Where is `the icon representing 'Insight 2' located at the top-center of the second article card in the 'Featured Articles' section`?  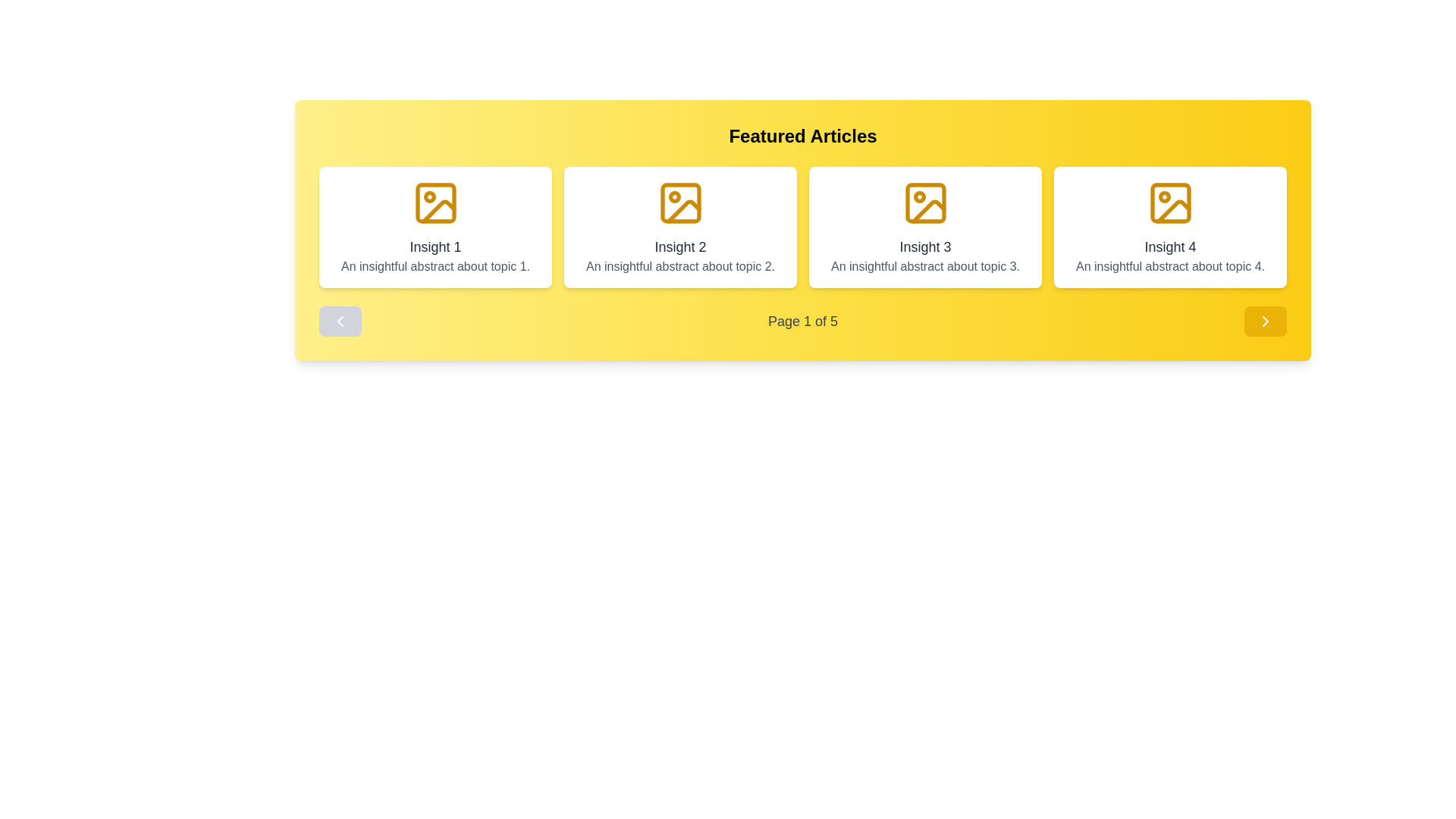
the icon representing 'Insight 2' located at the top-center of the second article card in the 'Featured Articles' section is located at coordinates (679, 202).